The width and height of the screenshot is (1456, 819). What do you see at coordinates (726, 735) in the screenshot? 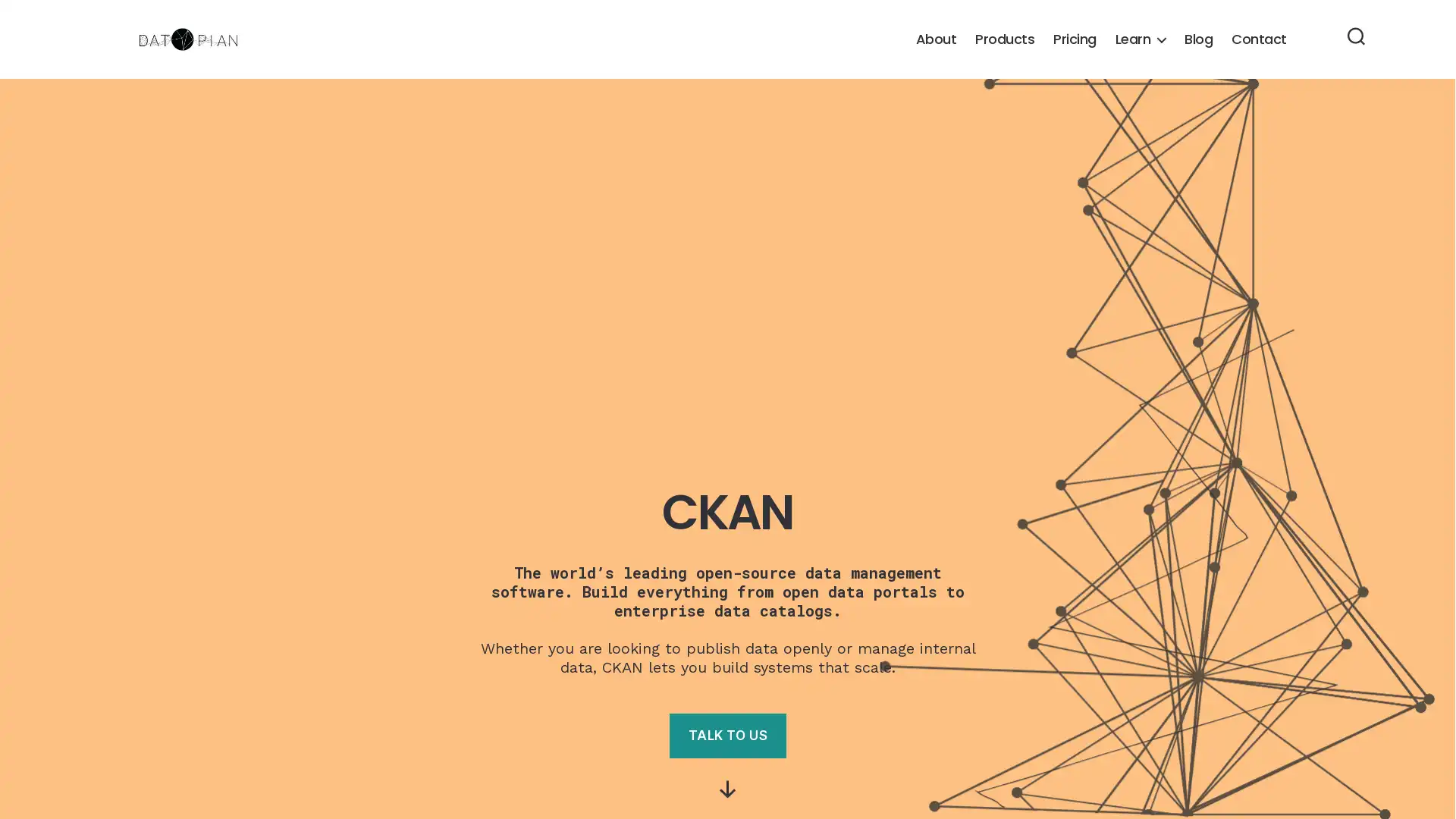
I see `TALK TO US` at bounding box center [726, 735].